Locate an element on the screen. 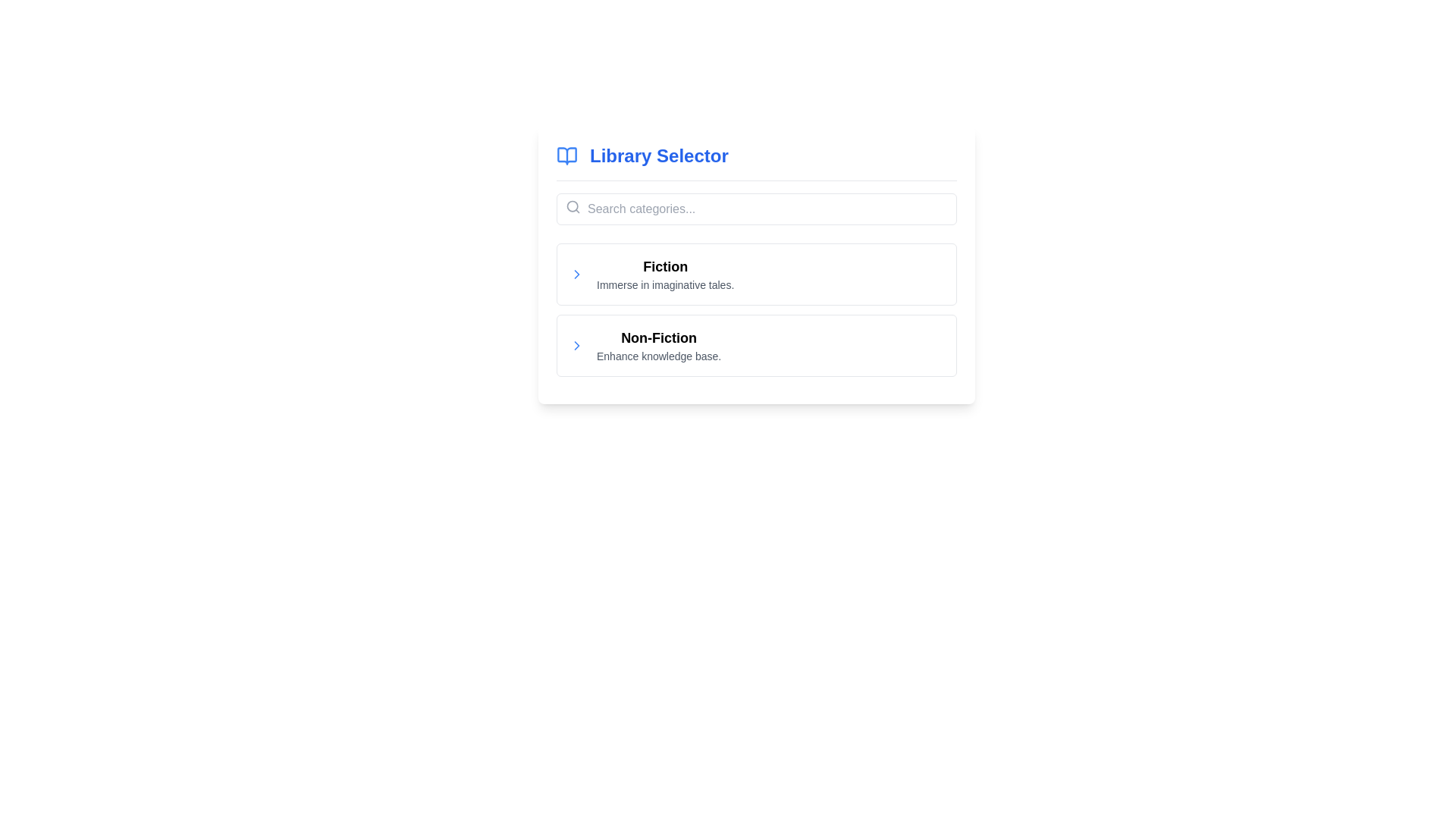 The height and width of the screenshot is (819, 1456). the second item in the vertically stacked list, which is a clickable list item related to 'Non-Fiction' is located at coordinates (757, 345).